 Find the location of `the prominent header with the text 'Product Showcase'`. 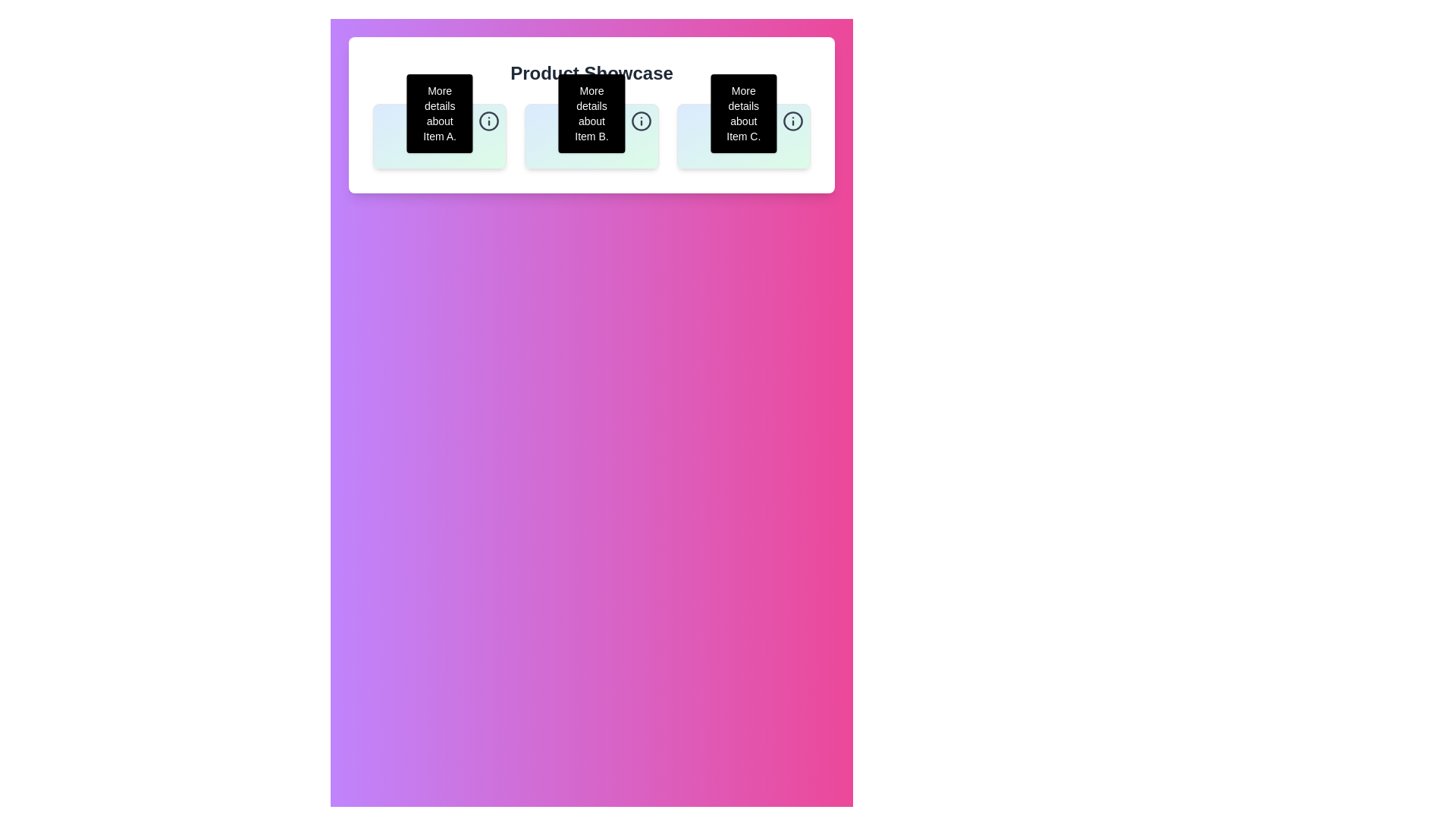

the prominent header with the text 'Product Showcase' is located at coordinates (591, 73).